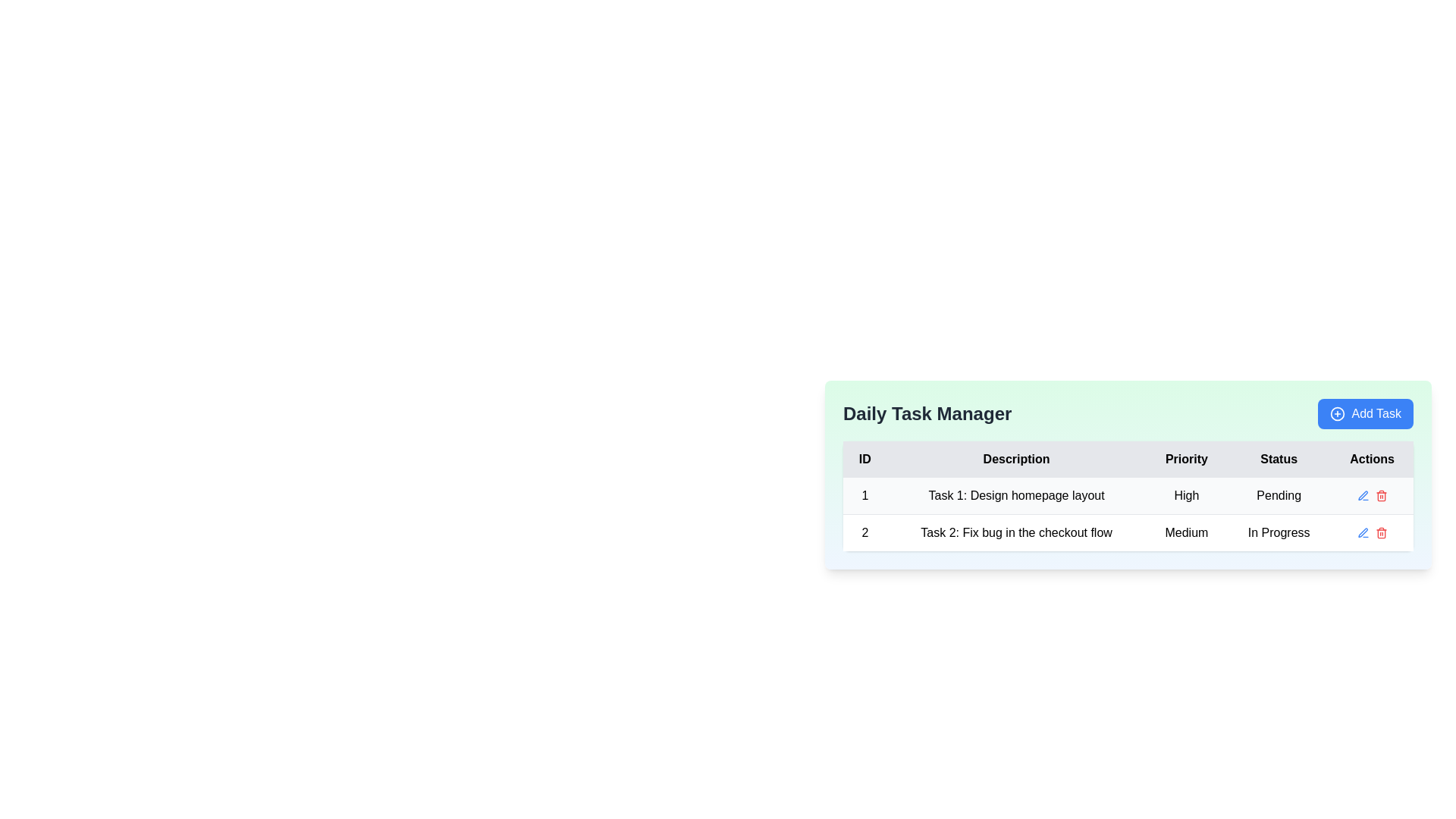  Describe the element at coordinates (1185, 458) in the screenshot. I see `the 'Task Priority' text label, which is the third column header in the table, located between 'Description' and 'Status'` at that location.